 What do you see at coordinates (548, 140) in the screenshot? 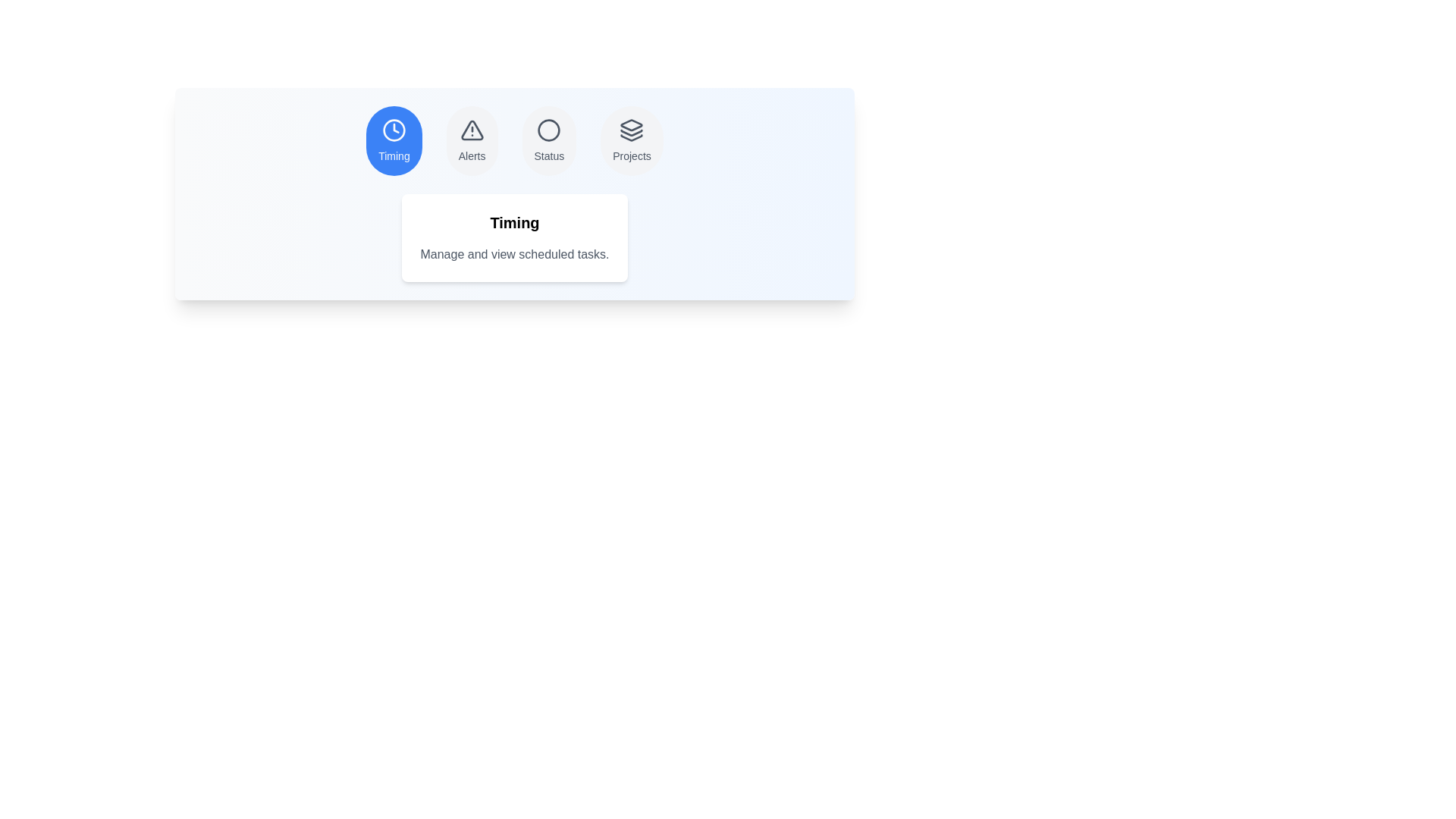
I see `the tab labeled Status to observe the hover effect` at bounding box center [548, 140].